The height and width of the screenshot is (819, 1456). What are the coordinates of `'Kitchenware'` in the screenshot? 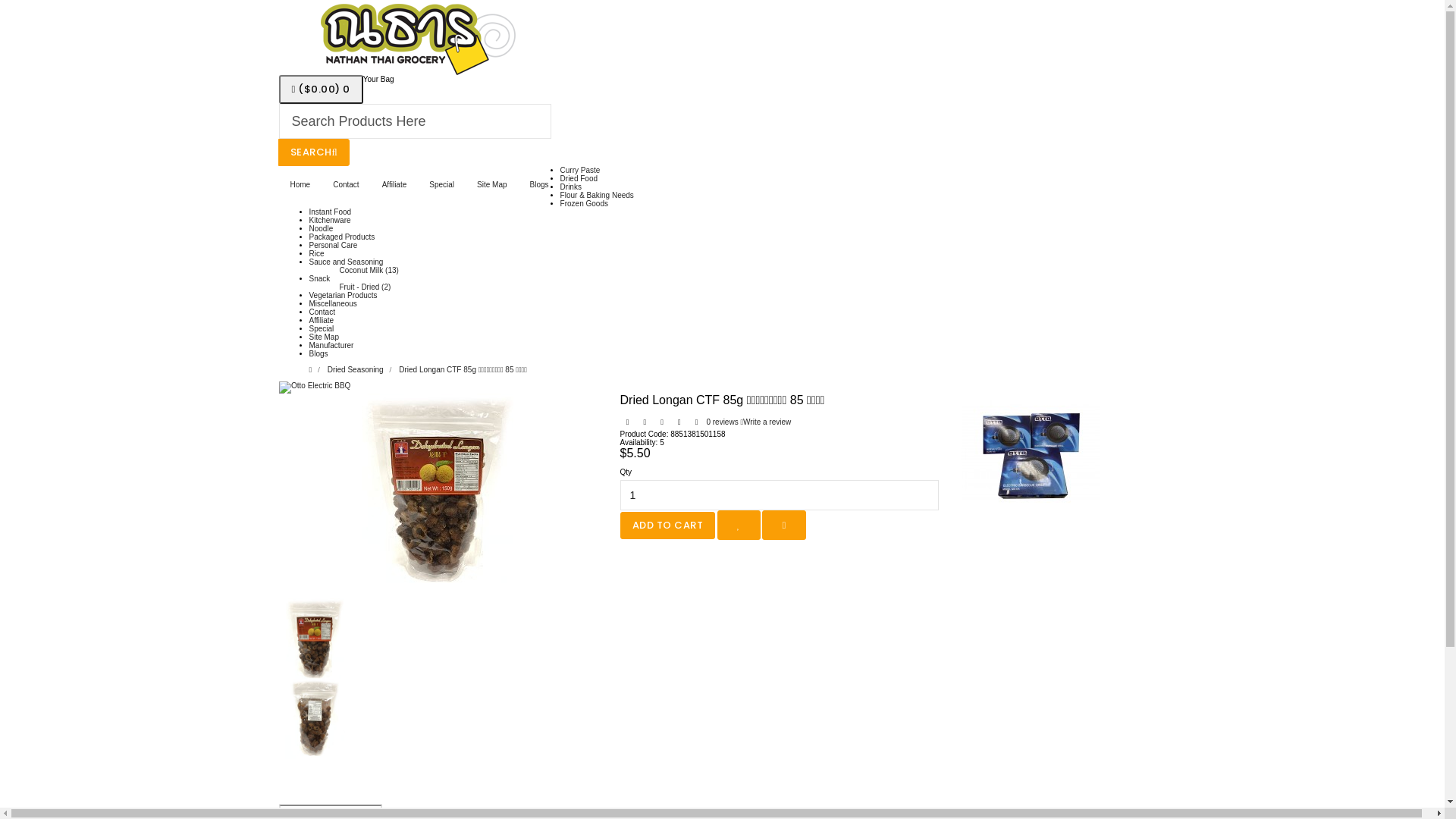 It's located at (309, 220).